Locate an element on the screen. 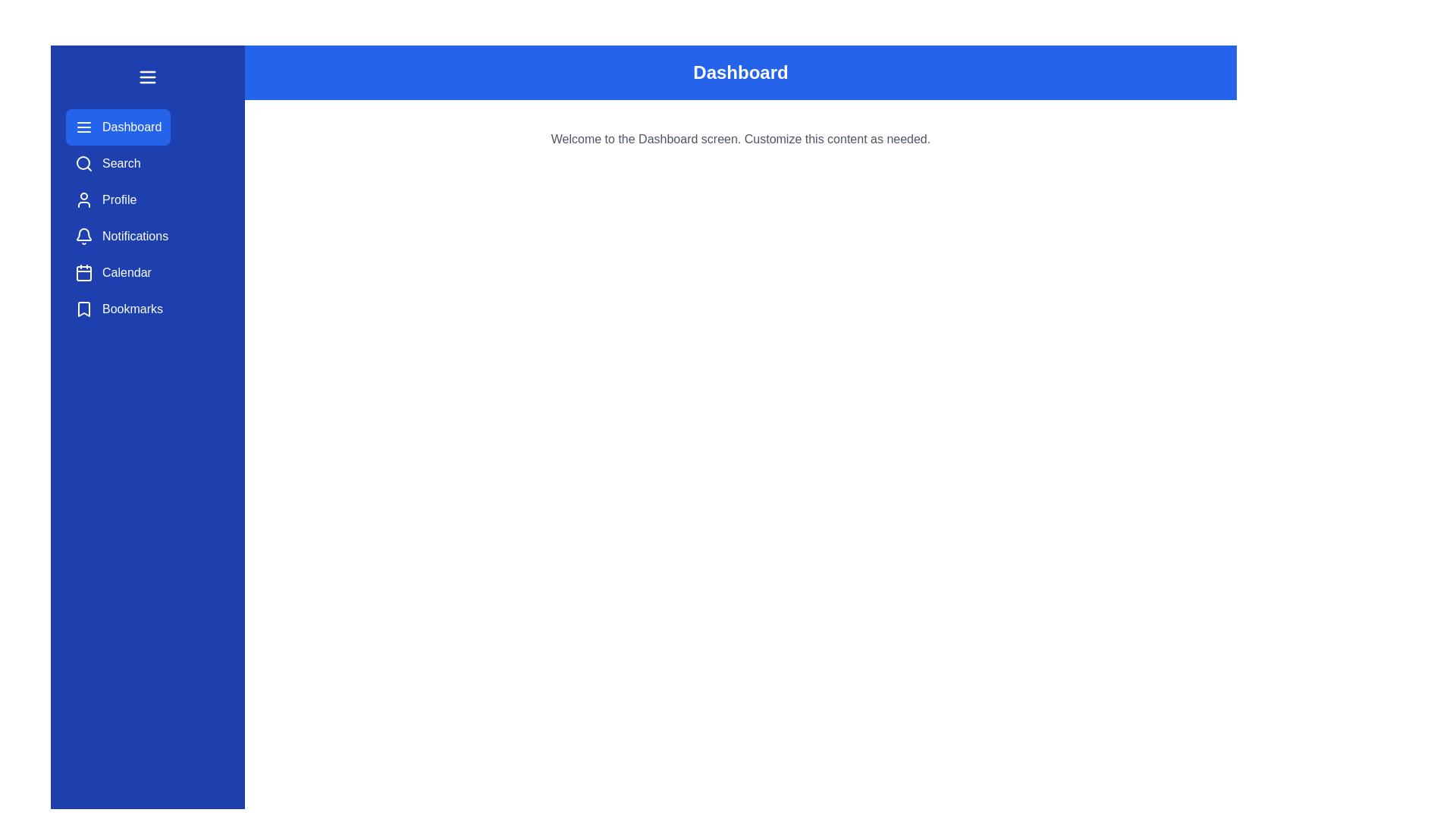 This screenshot has height=819, width=1456. the notification bell icon styled in blue located in the vertical navigation menu, which is the fourth item from the top, adjacent to the 'Notifications' label is located at coordinates (83, 234).